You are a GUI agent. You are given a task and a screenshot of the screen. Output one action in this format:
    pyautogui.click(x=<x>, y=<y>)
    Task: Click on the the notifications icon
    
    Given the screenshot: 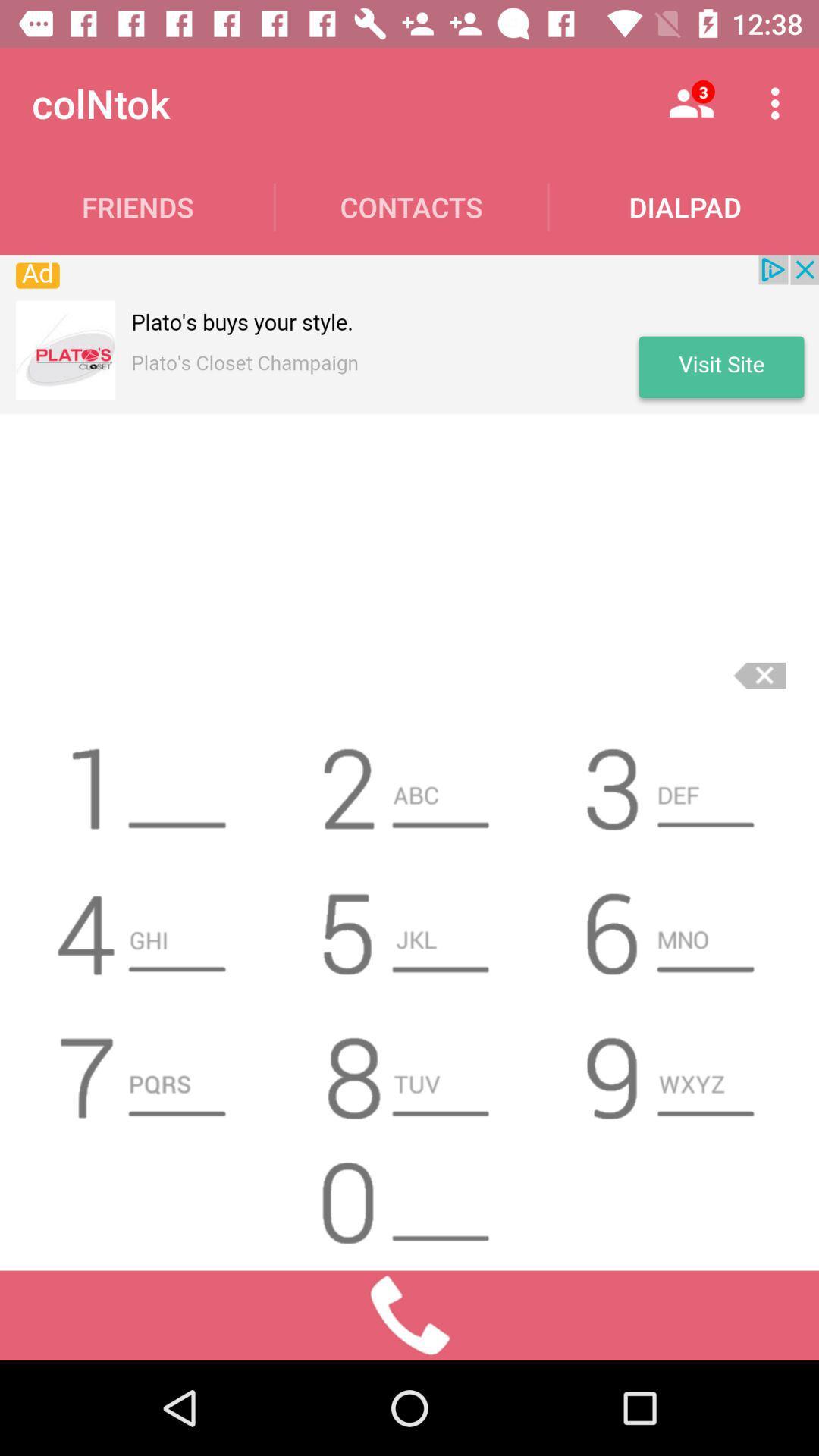 What is the action you would take?
    pyautogui.click(x=145, y=926)
    